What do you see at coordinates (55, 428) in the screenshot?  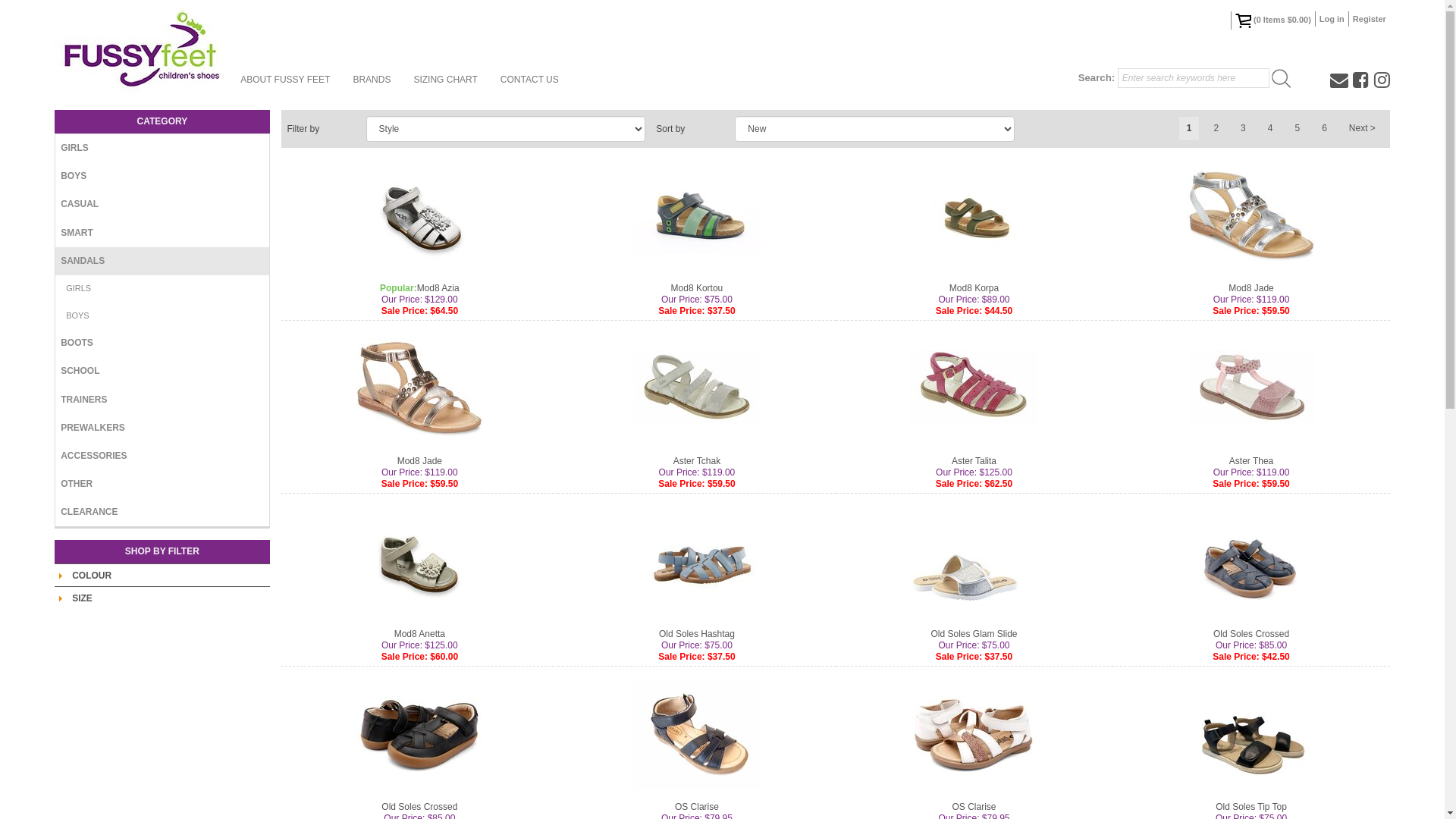 I see `'PREWALKERS'` at bounding box center [55, 428].